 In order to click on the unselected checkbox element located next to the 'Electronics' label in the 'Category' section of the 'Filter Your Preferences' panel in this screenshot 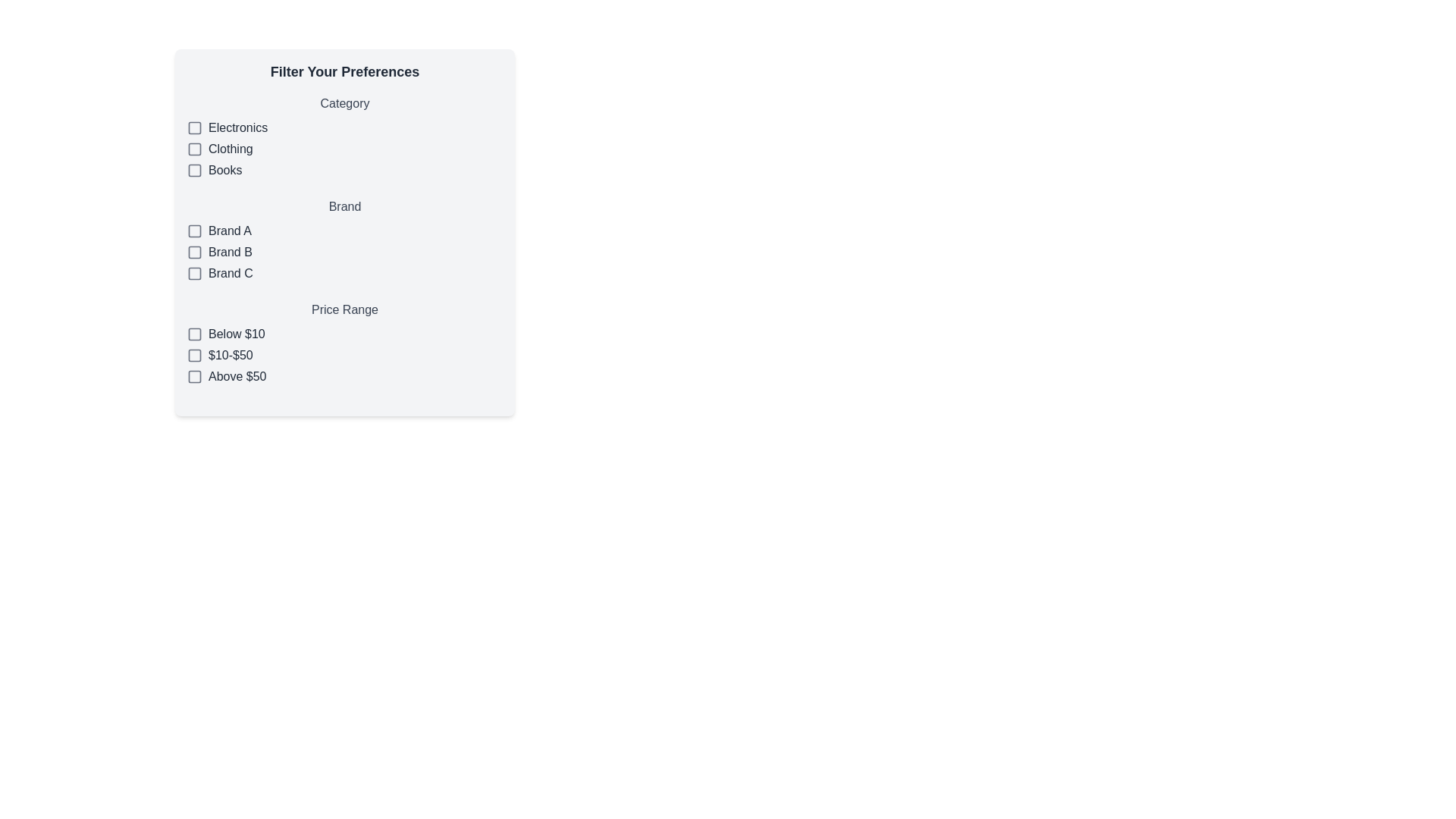, I will do `click(194, 127)`.